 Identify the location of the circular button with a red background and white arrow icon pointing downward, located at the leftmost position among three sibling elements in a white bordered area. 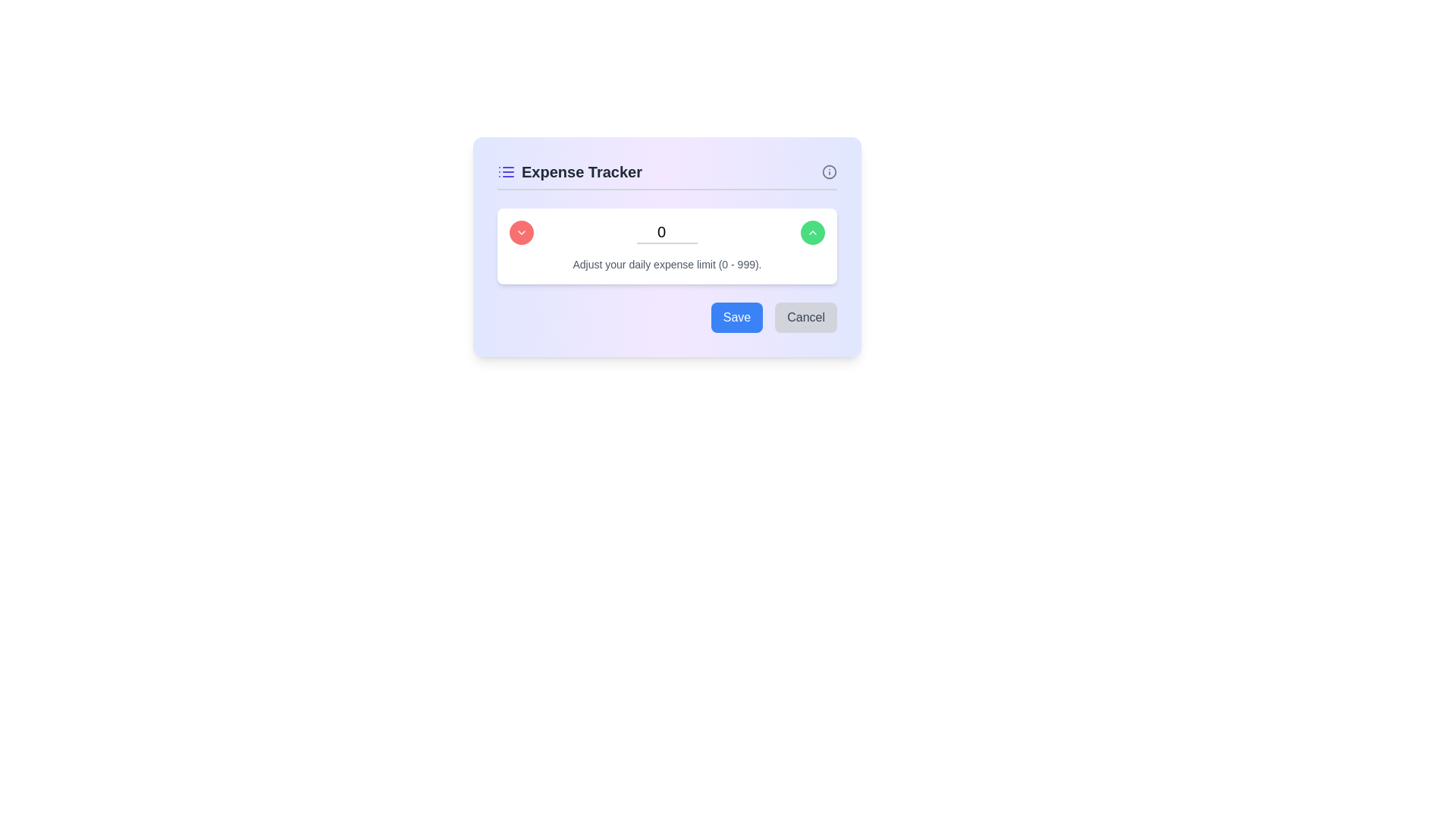
(521, 233).